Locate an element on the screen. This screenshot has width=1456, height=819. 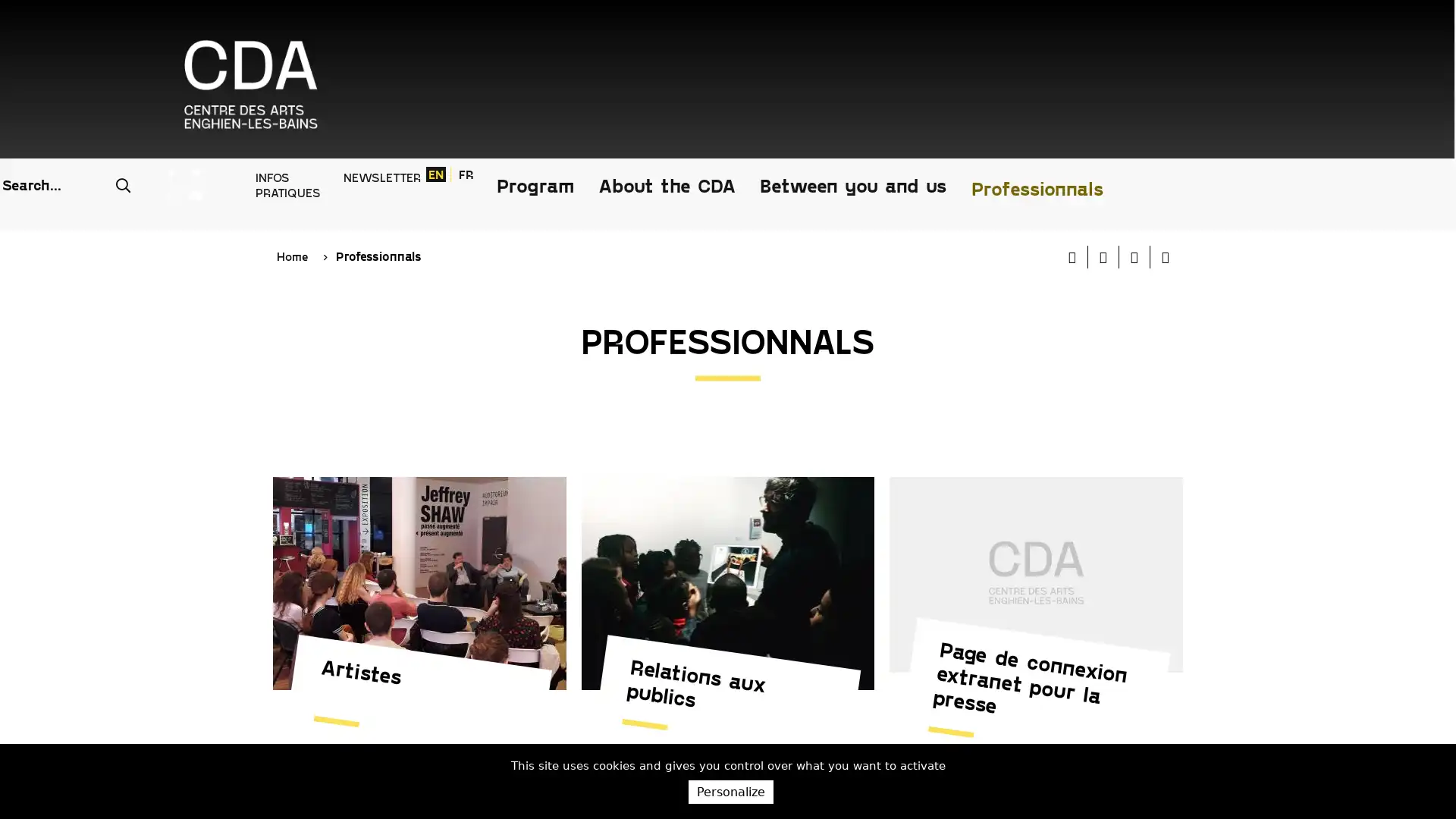
Personalize is located at coordinates (730, 791).